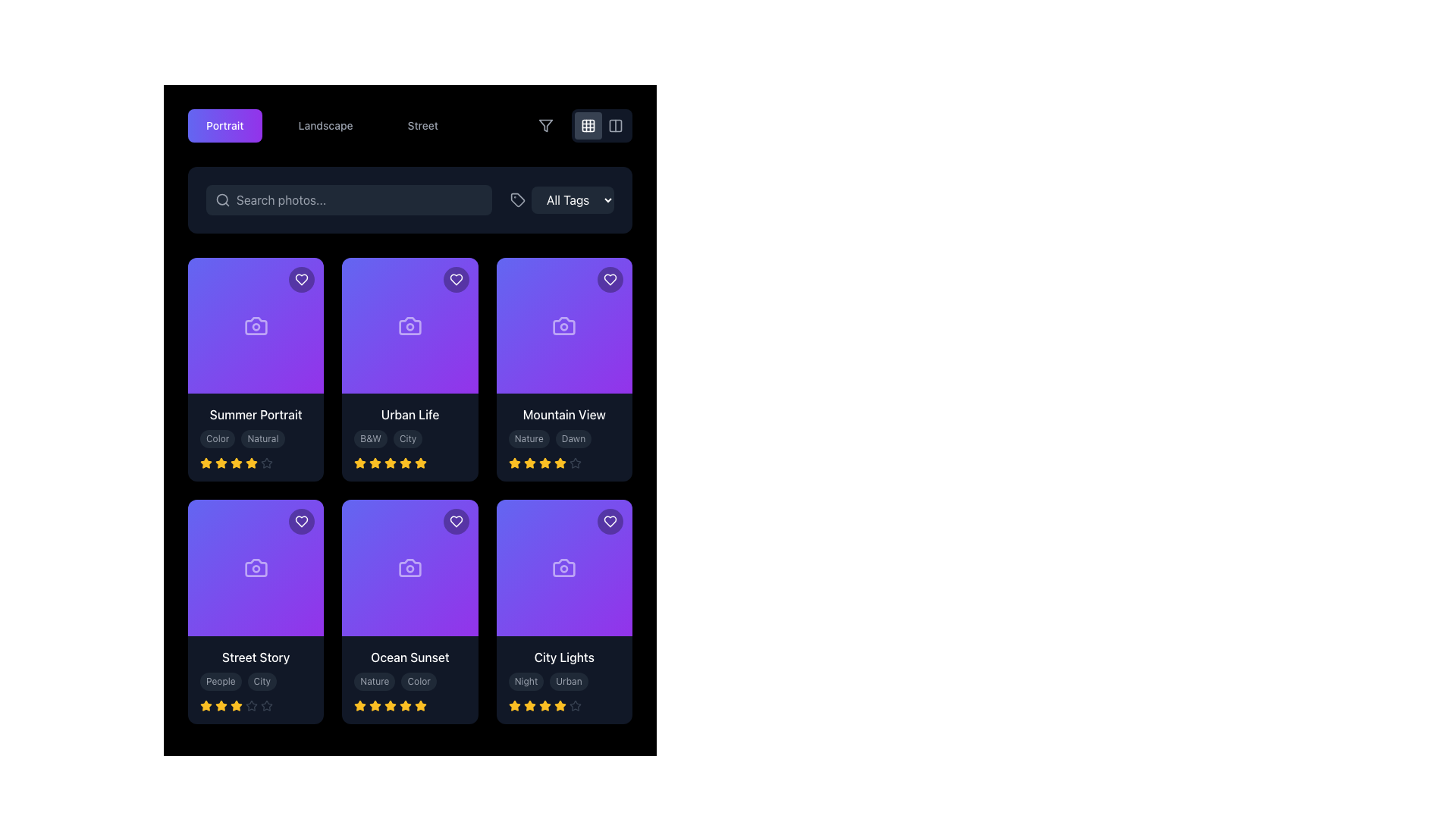 This screenshot has width=1456, height=819. Describe the element at coordinates (206, 704) in the screenshot. I see `the first star icon in the rating component of the 'Street Story' section, which is part of a five-star review system` at that location.